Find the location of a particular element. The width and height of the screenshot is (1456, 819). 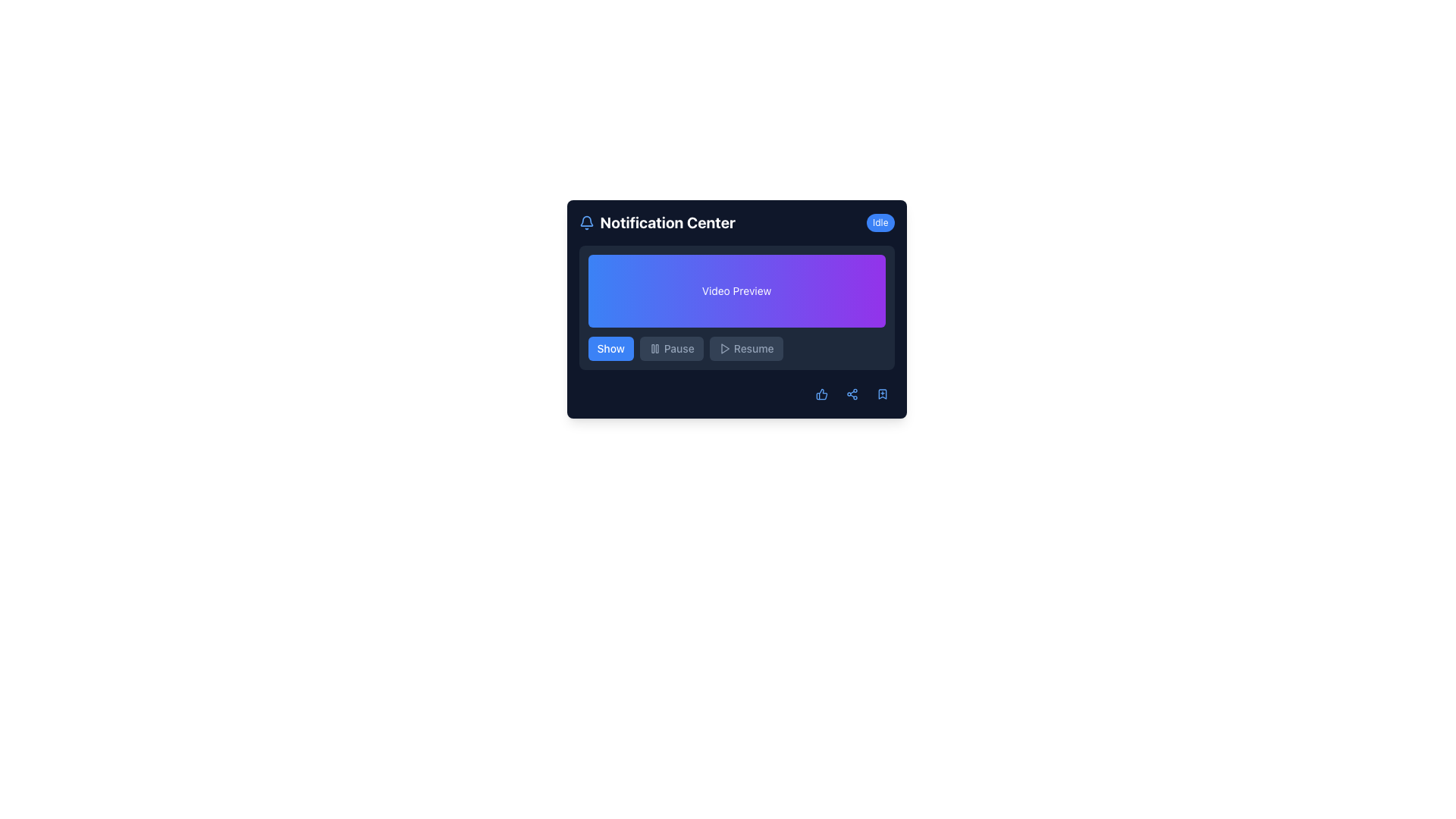

the icon within the 'Pause' button, which symbolizes the action of pausing a process or playback, located above the 'Pause' text is located at coordinates (654, 348).